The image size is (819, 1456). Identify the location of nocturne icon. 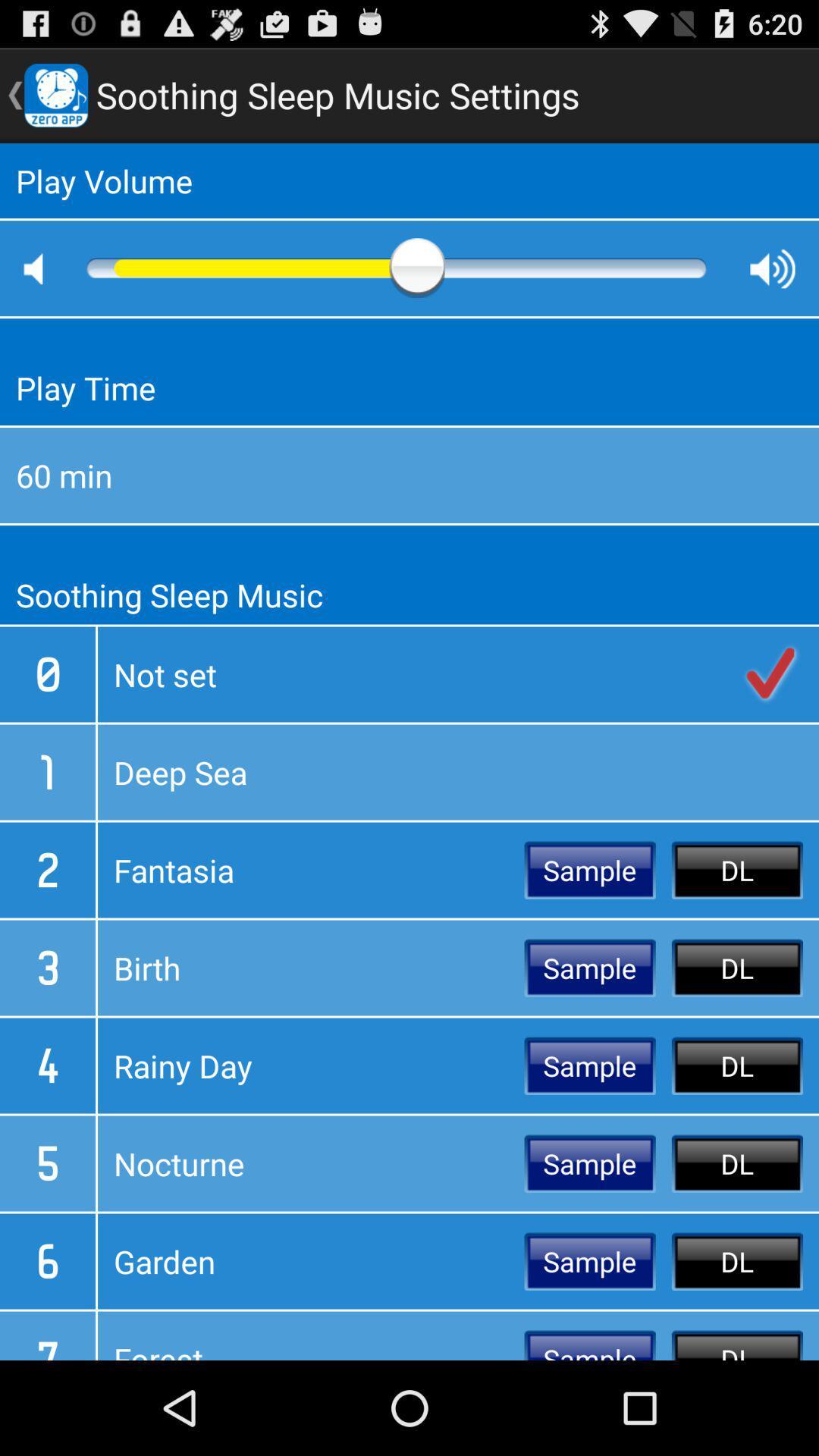
(310, 1163).